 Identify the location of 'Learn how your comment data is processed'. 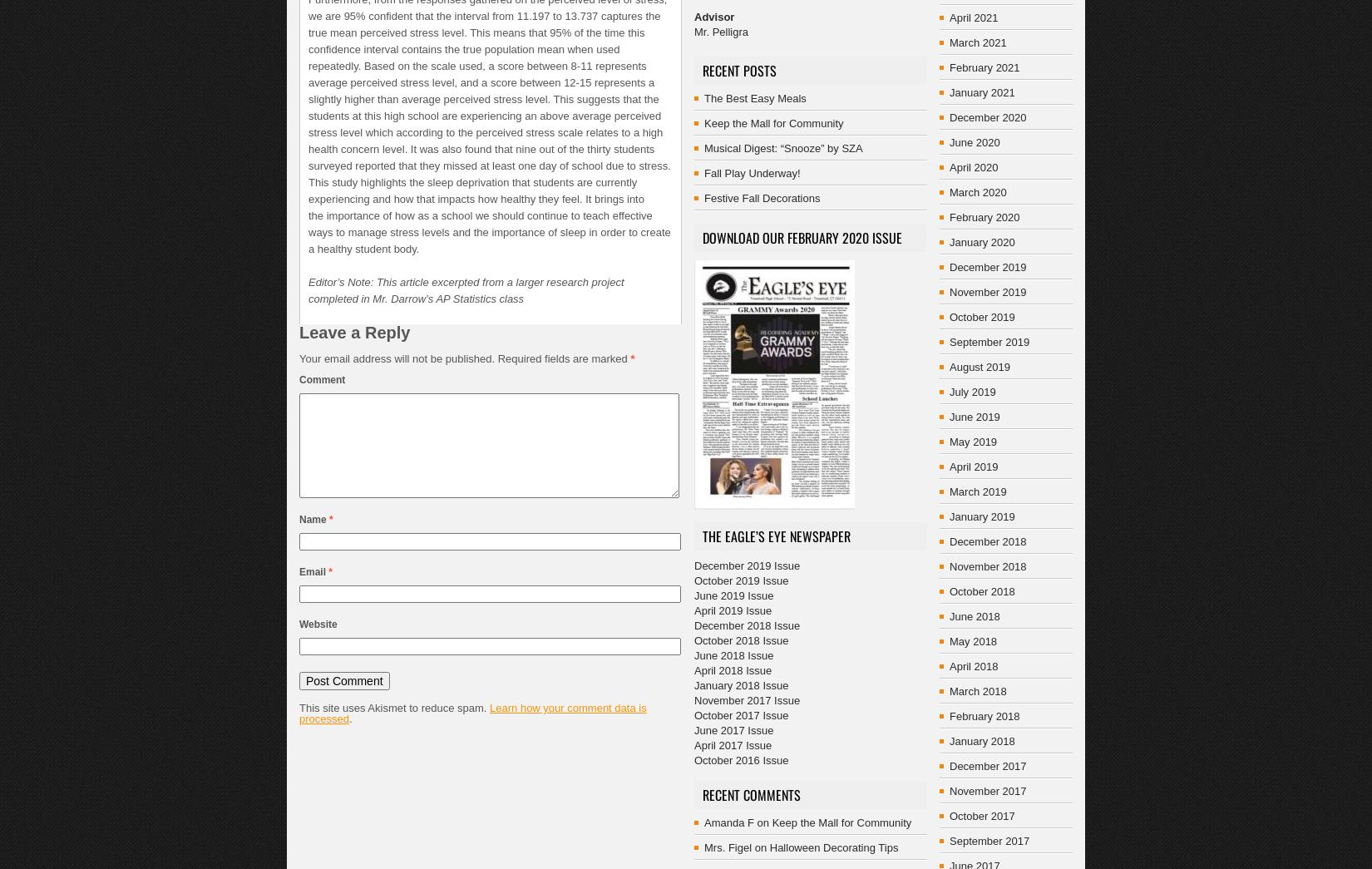
(471, 713).